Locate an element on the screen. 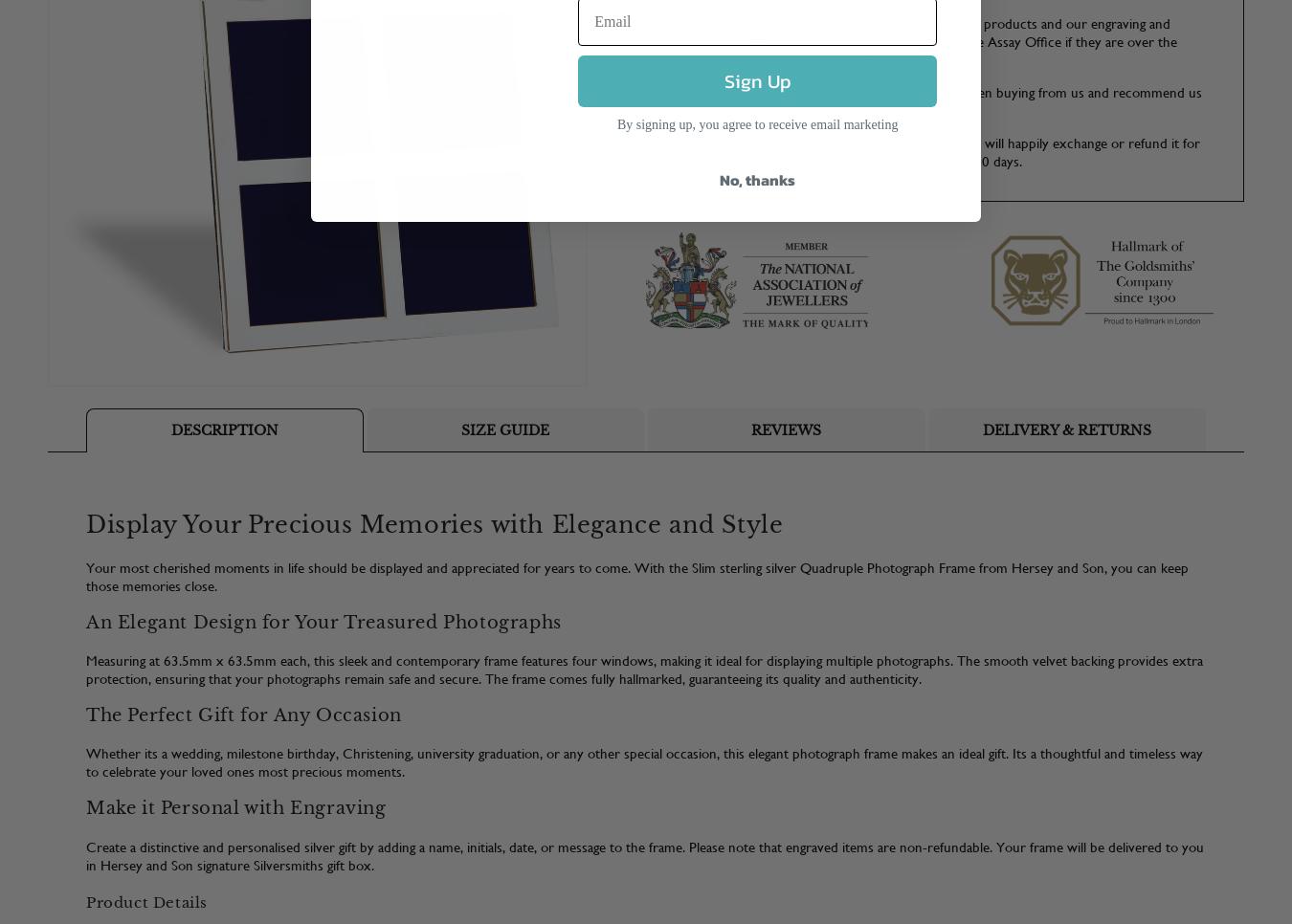 The height and width of the screenshot is (924, 1292). 'If for any reason you are not pleased with your order we will happily exchange or refund it for you if in its original condition and returned to us within 30 days.' is located at coordinates (922, 151).